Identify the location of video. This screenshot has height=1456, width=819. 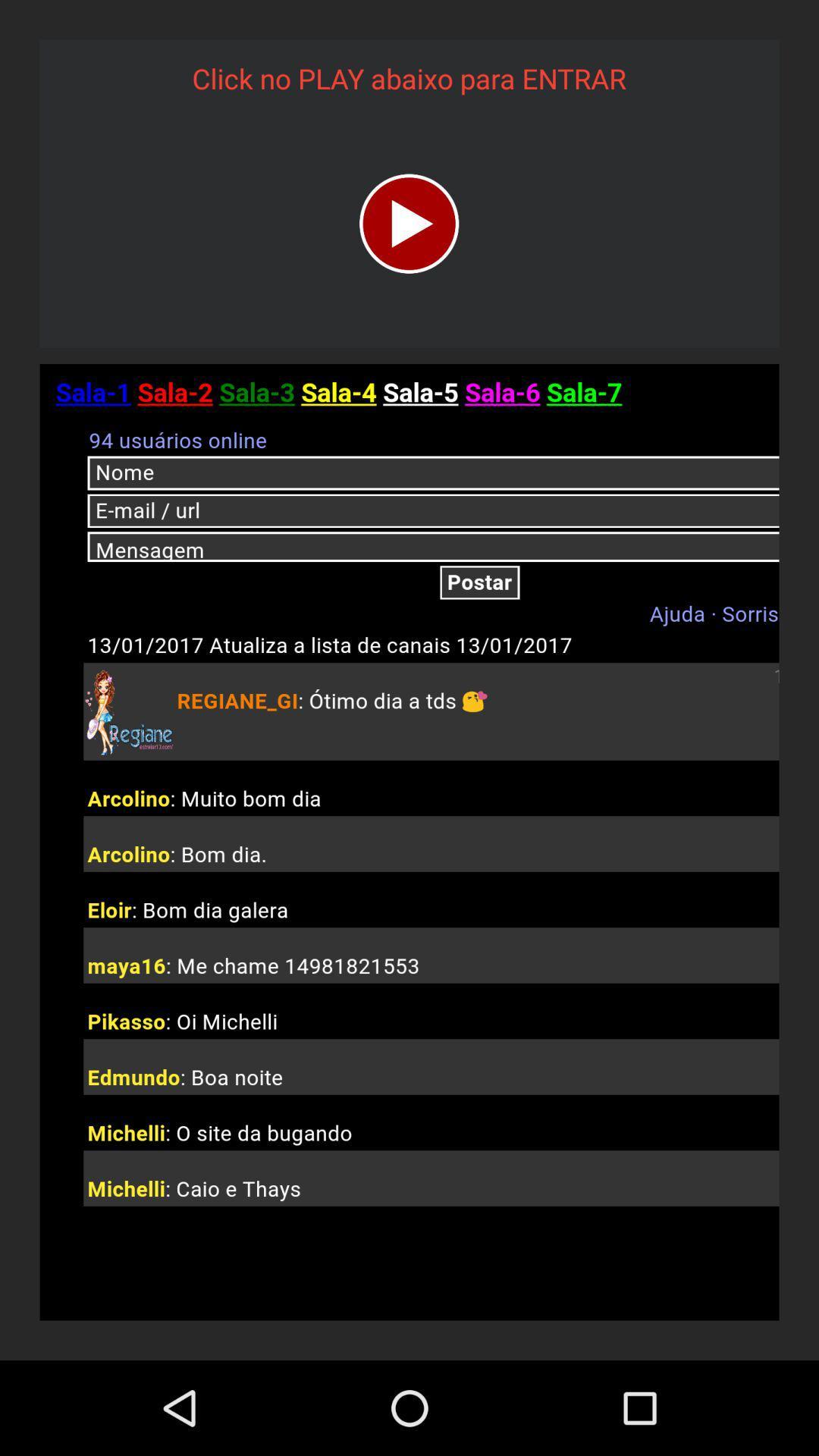
(408, 223).